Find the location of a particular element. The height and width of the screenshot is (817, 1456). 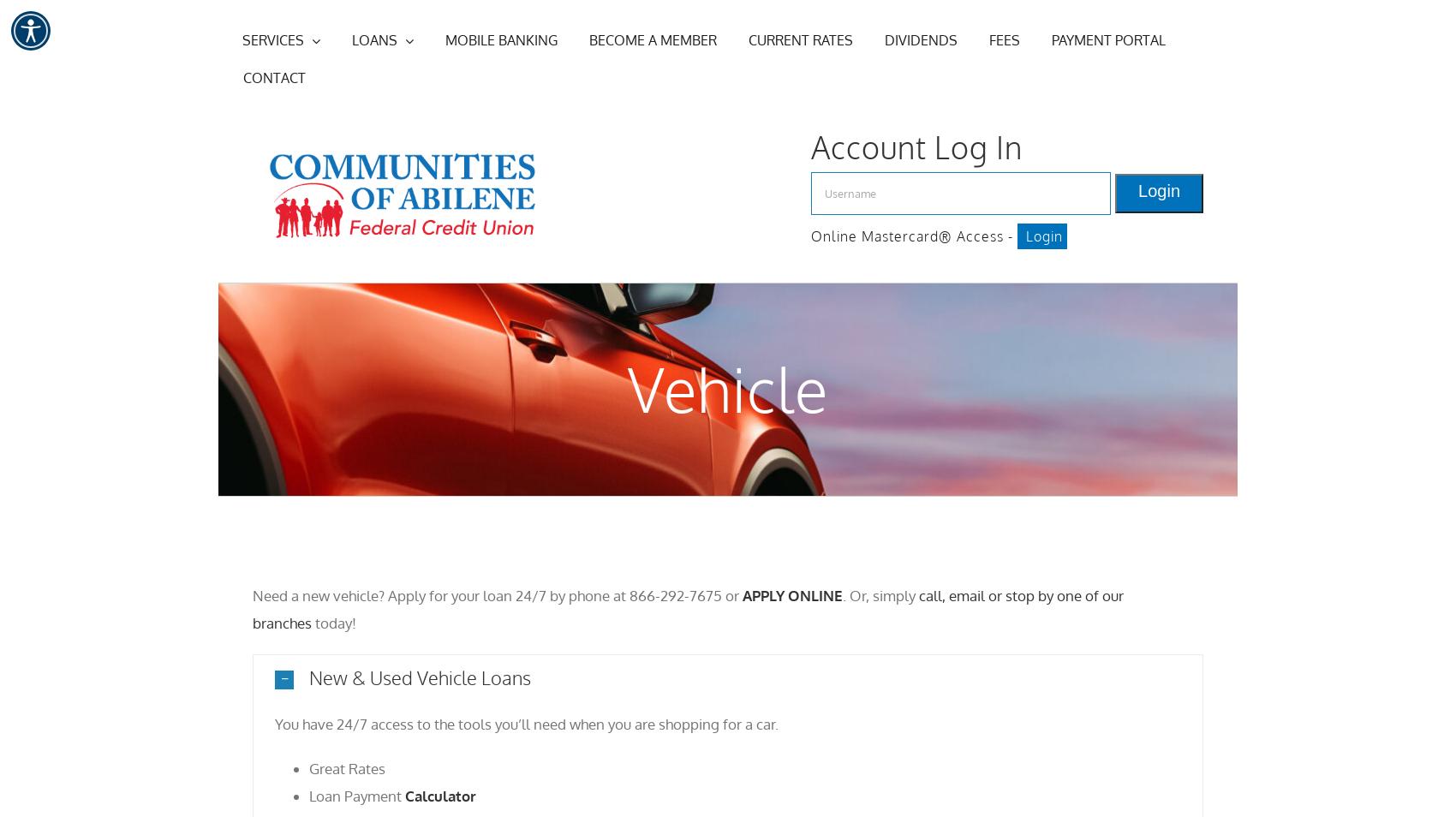

'Great Rates' is located at coordinates (346, 767).